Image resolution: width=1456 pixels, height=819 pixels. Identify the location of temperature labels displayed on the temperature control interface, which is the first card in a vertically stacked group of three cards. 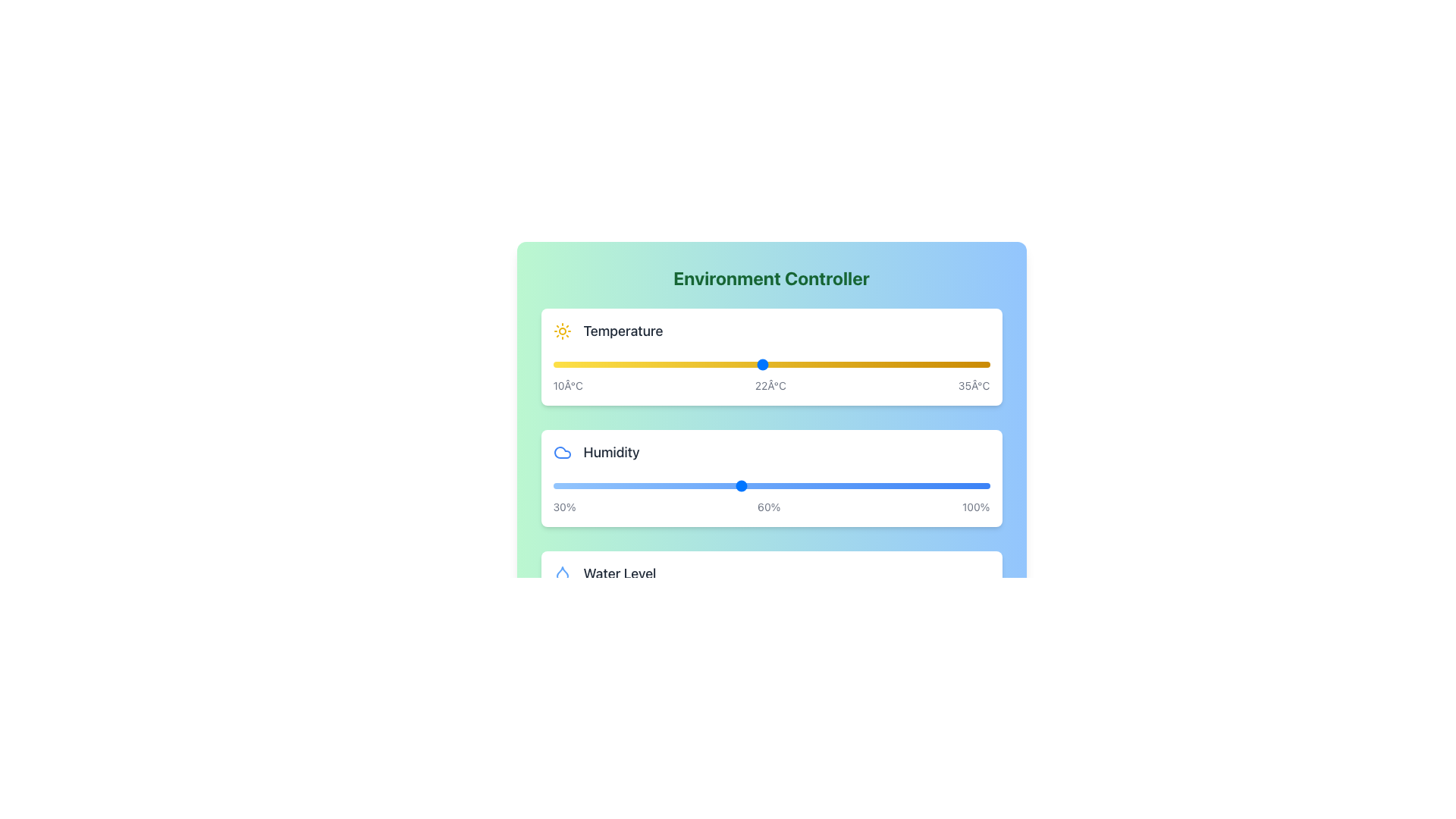
(771, 356).